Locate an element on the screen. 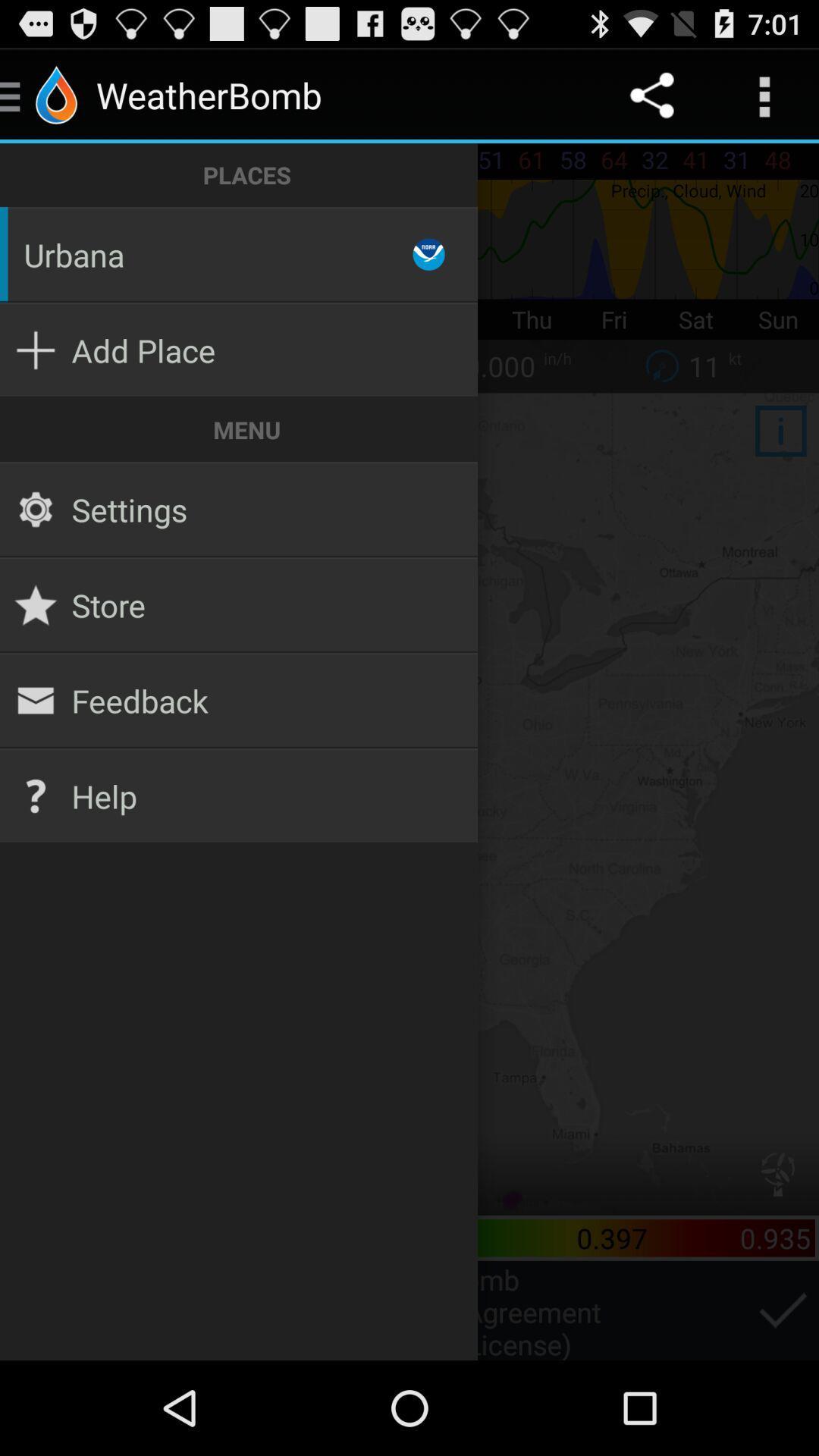 The width and height of the screenshot is (819, 1456). the info icon is located at coordinates (780, 460).